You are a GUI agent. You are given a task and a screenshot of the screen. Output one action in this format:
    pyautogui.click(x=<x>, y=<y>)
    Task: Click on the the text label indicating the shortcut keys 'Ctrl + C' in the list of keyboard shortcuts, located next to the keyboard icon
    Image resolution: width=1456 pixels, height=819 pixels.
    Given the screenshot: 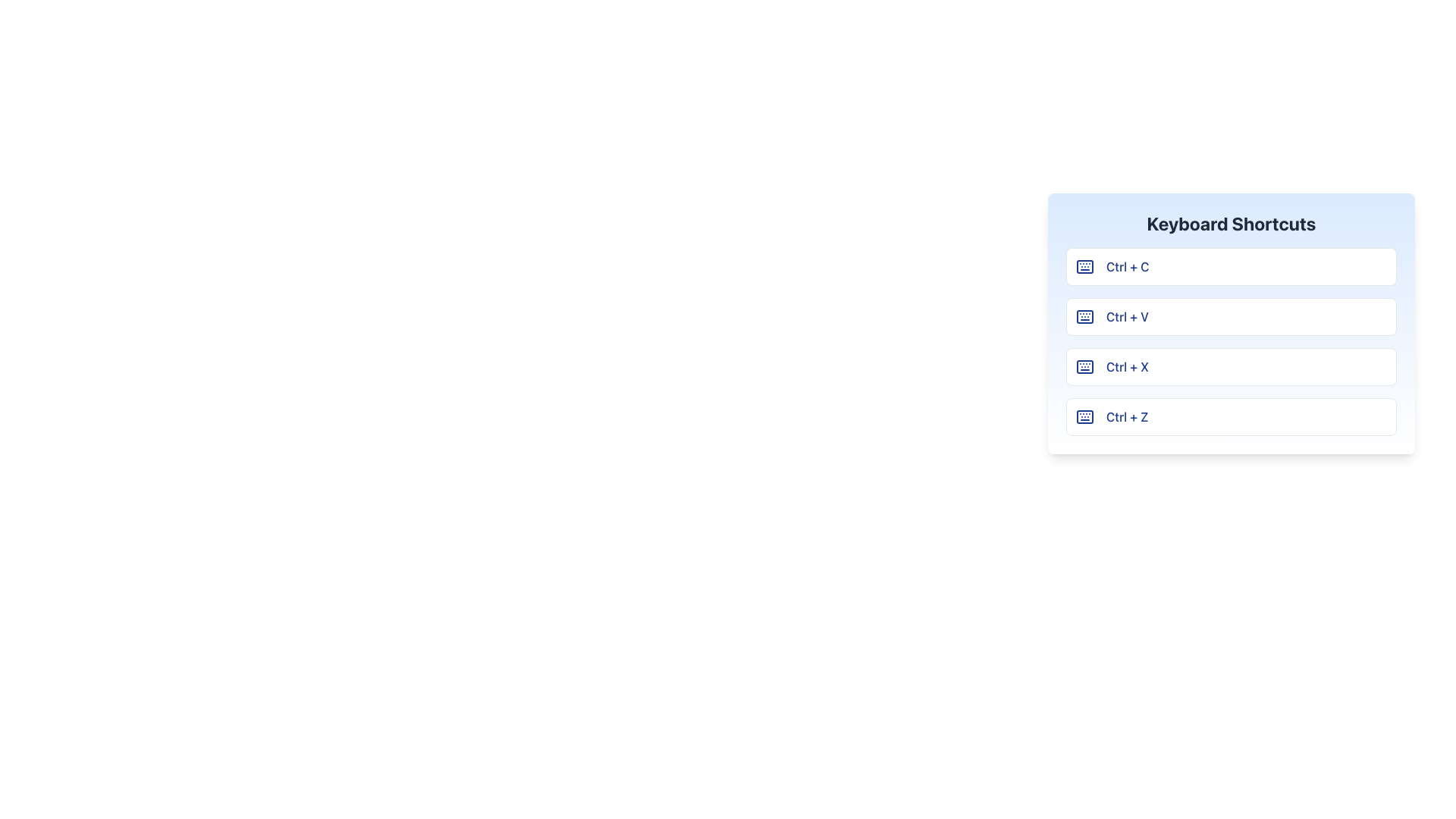 What is the action you would take?
    pyautogui.click(x=1128, y=265)
    